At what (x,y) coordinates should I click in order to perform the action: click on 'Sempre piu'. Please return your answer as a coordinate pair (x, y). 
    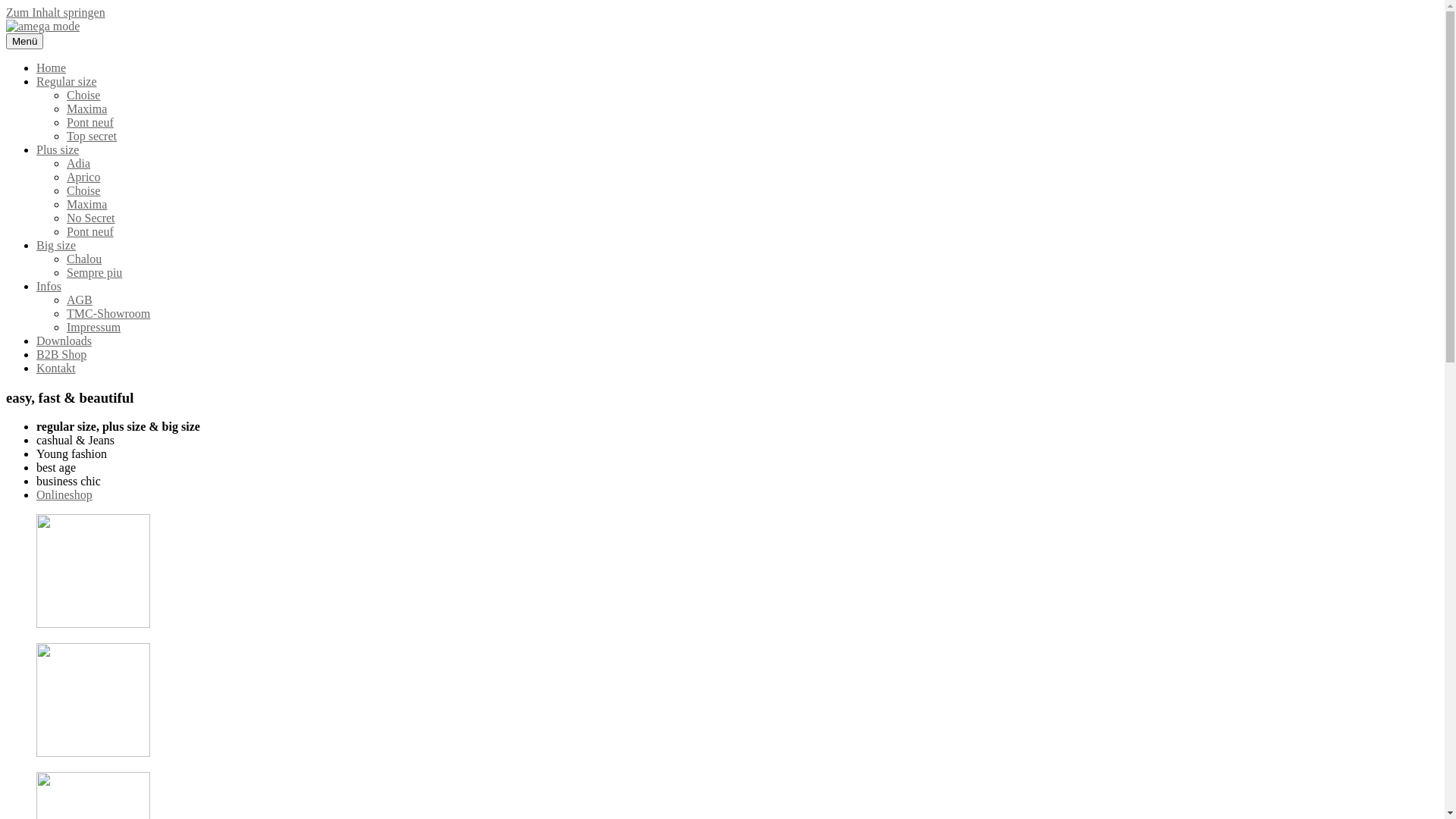
    Looking at the image, I should click on (93, 271).